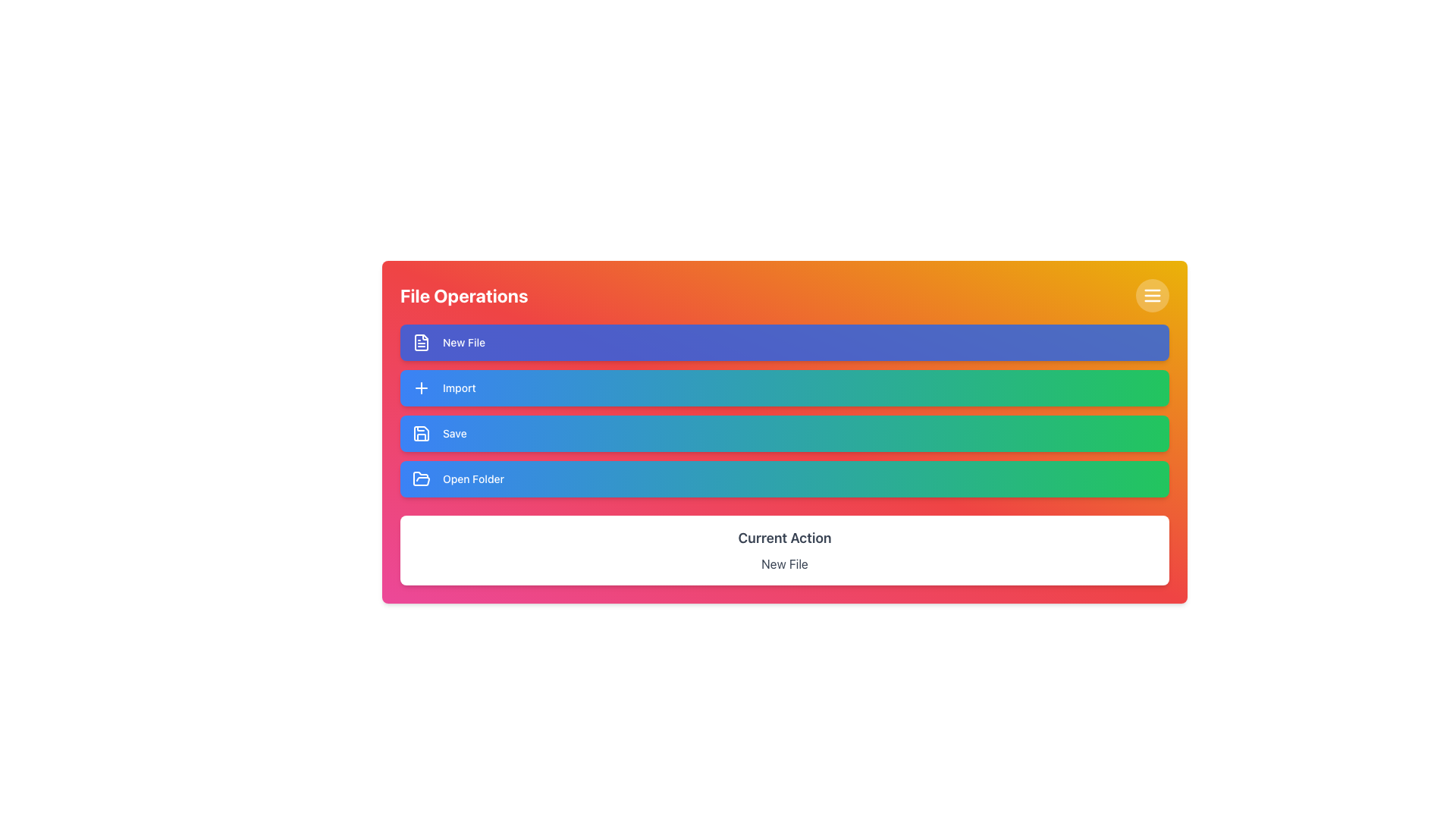 The height and width of the screenshot is (819, 1456). I want to click on the 'Import' button located in the 'File Operations' section, which is the second button in a vertical stack of four buttons, so click(785, 388).